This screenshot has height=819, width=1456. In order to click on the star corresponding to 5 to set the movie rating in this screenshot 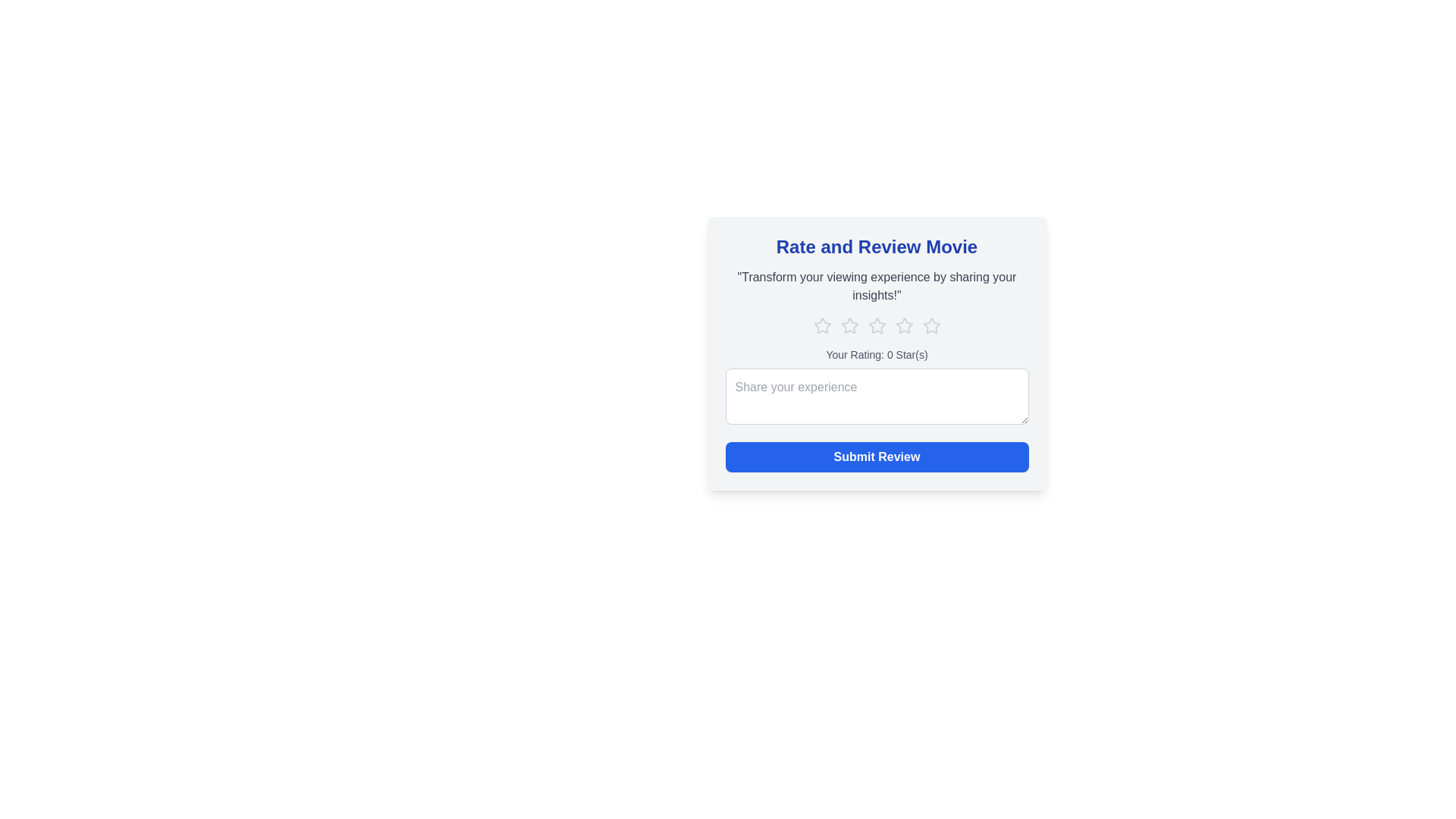, I will do `click(930, 325)`.